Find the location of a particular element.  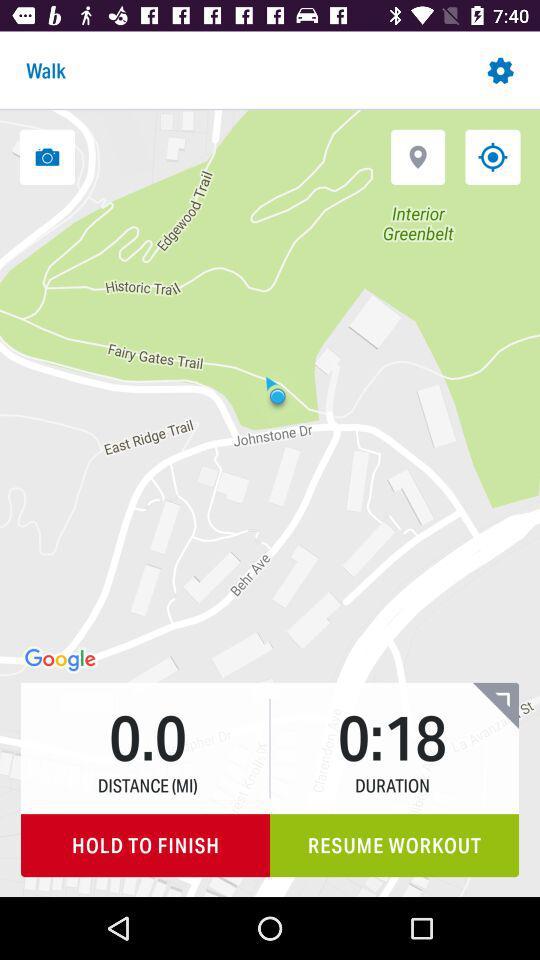

icon next to resume workout icon is located at coordinates (144, 844).